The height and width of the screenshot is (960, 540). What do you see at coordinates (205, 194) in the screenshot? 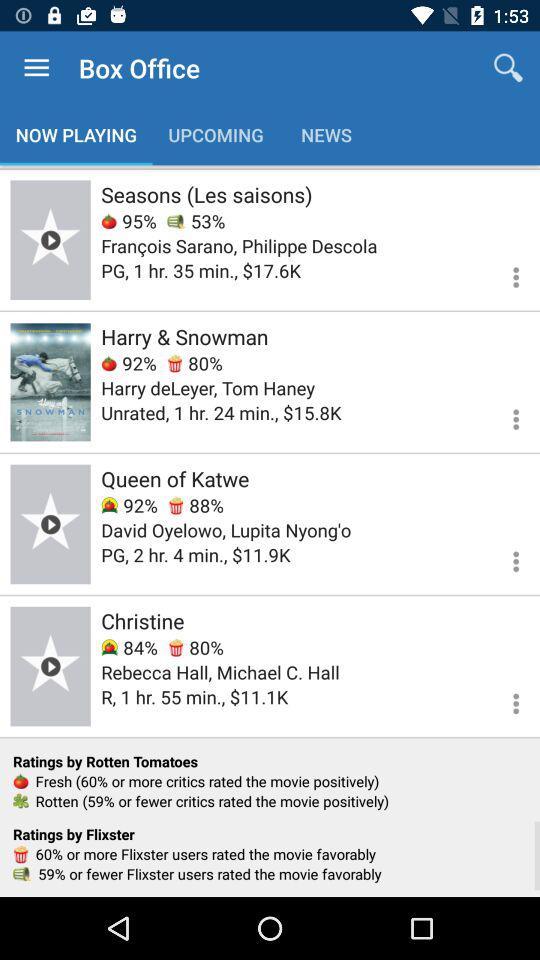
I see `seasons (les saisons) item` at bounding box center [205, 194].